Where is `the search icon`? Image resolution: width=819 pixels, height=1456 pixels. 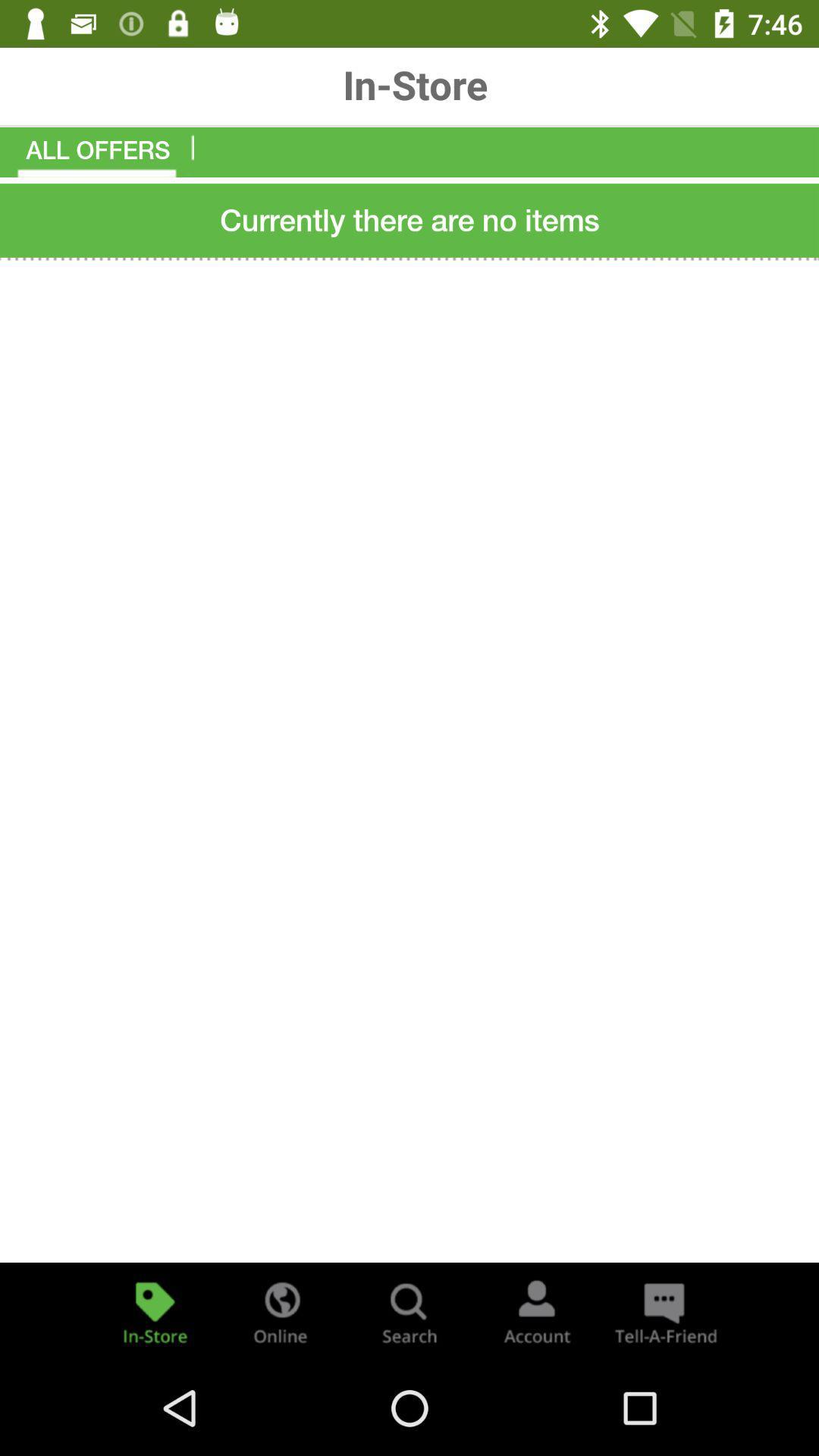
the search icon is located at coordinates (409, 1310).